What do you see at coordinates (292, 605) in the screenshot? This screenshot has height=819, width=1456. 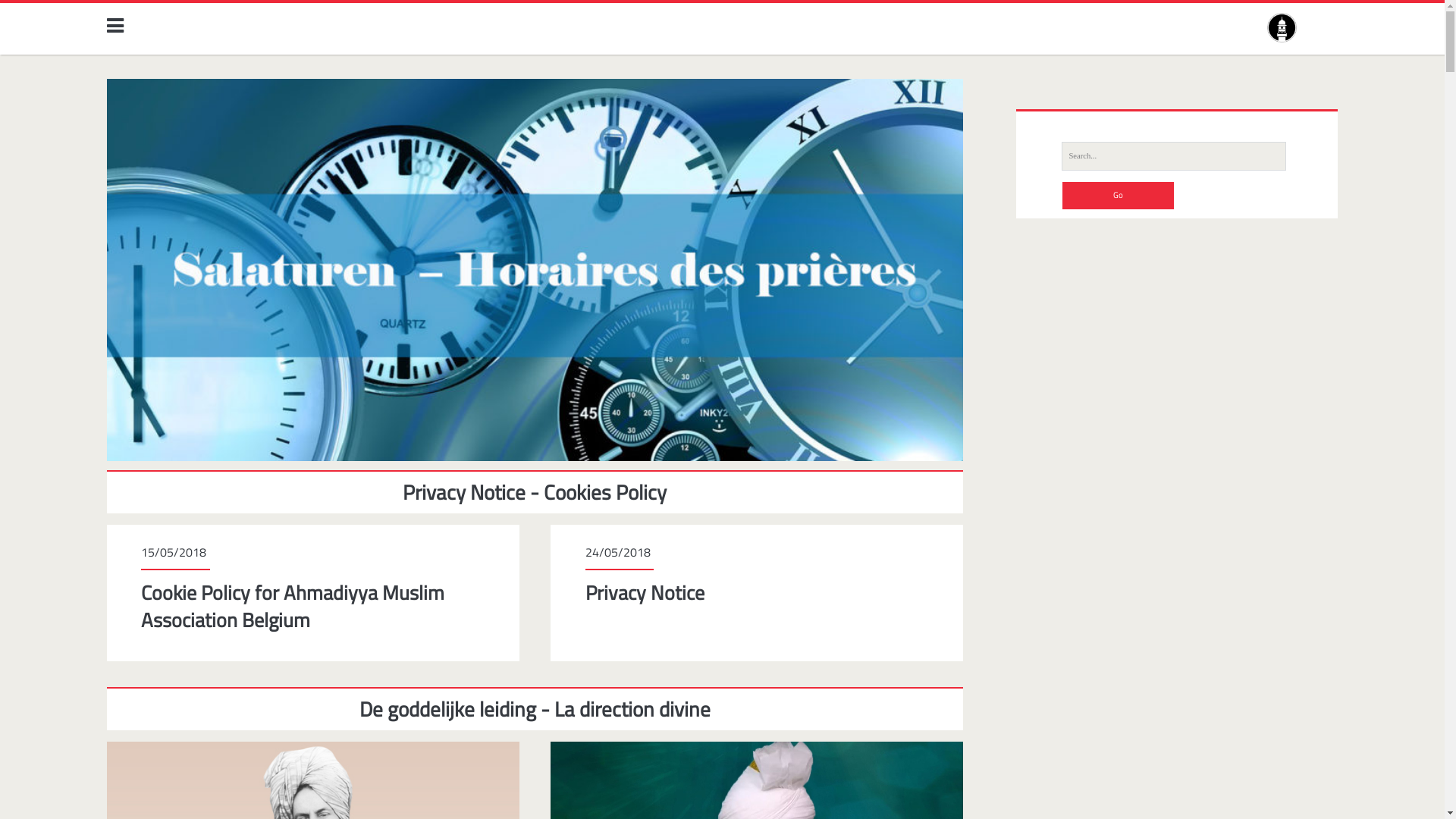 I see `'Cookie Policy for Ahmadiyya Muslim Association Belgium'` at bounding box center [292, 605].